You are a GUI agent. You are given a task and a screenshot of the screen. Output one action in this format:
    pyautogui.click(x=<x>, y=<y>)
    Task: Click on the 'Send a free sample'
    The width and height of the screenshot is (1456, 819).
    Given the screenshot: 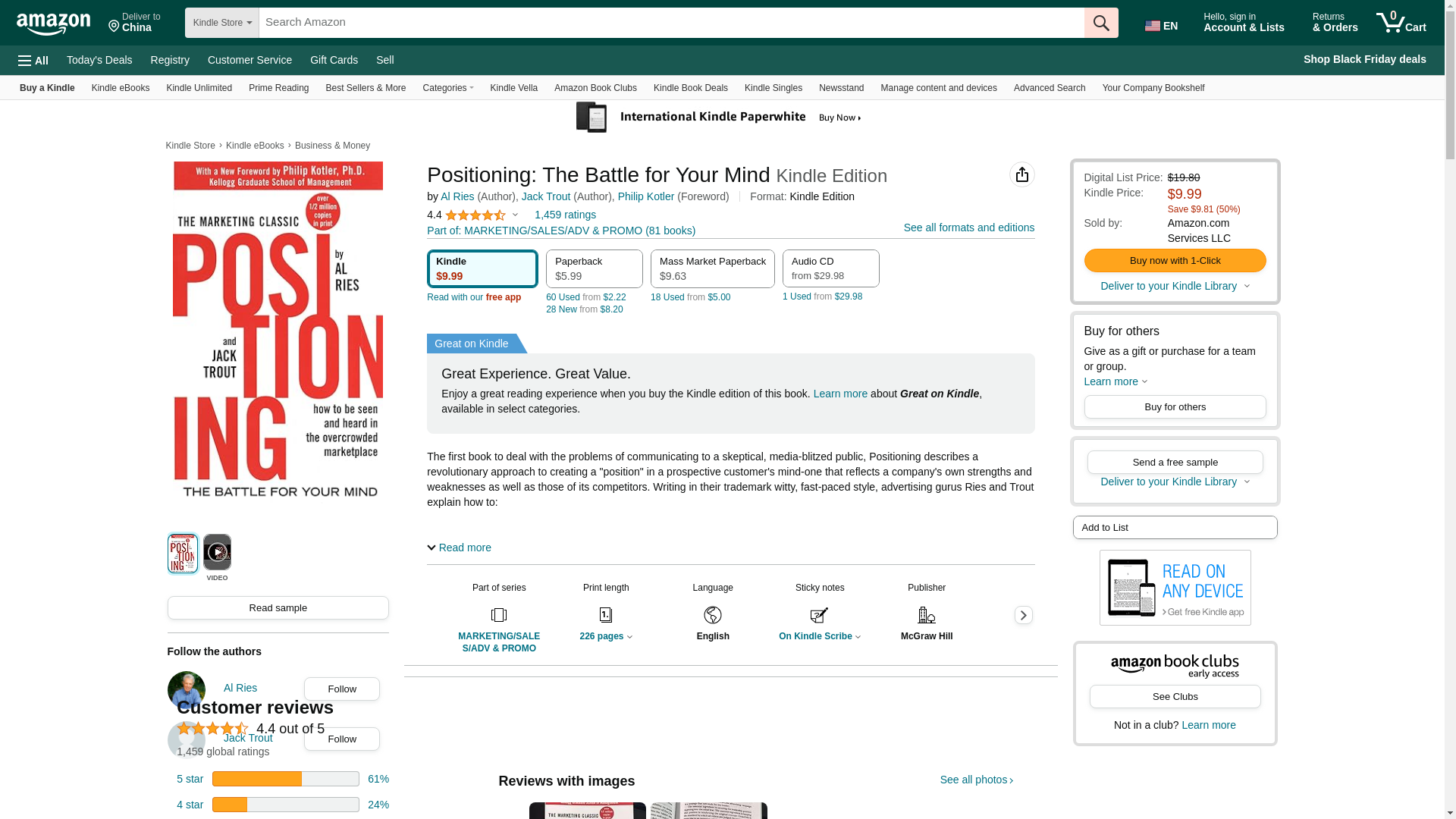 What is the action you would take?
    pyautogui.click(x=1174, y=461)
    